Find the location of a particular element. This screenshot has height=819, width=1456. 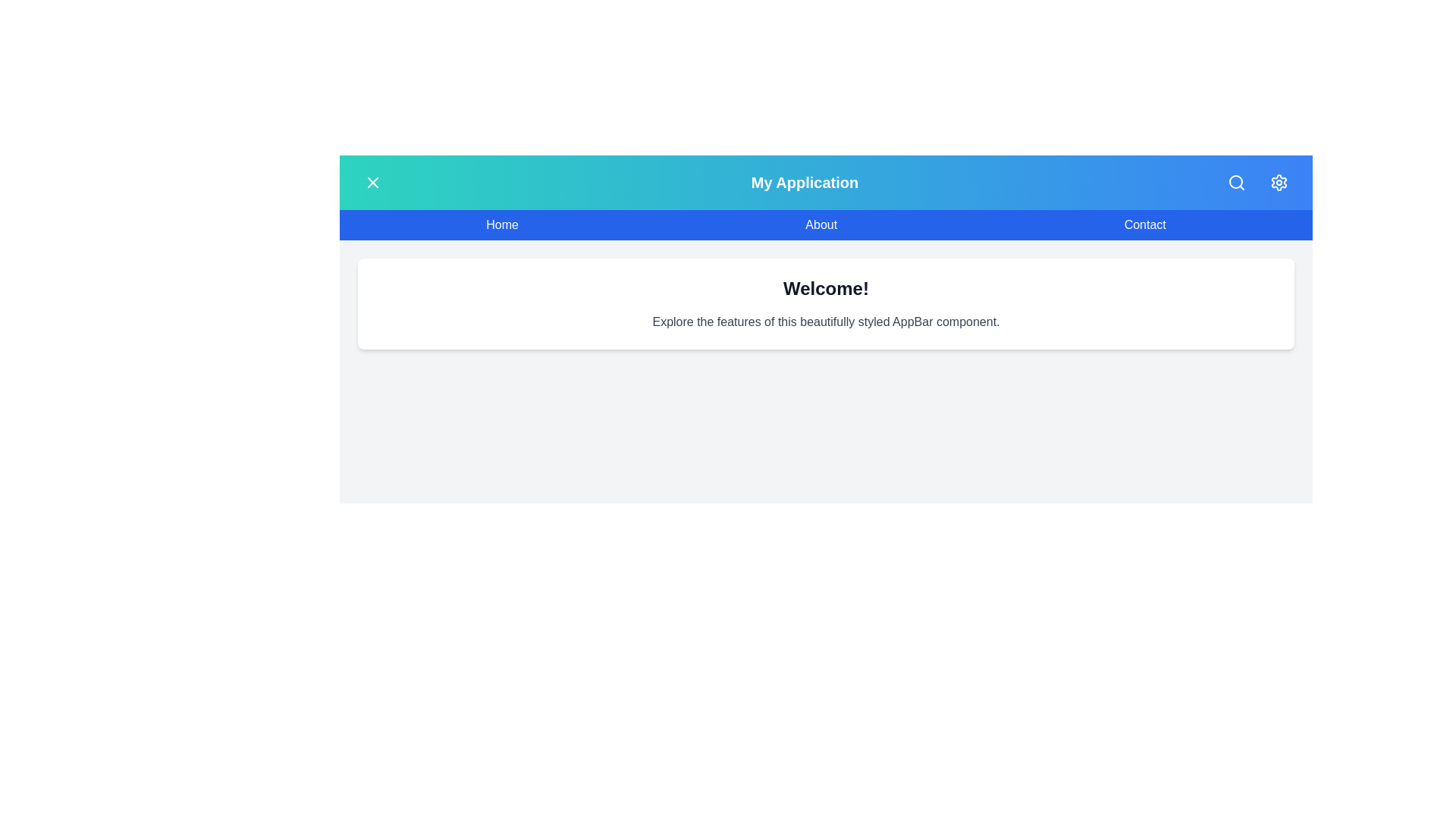

the Contact navigation link is located at coordinates (1145, 225).